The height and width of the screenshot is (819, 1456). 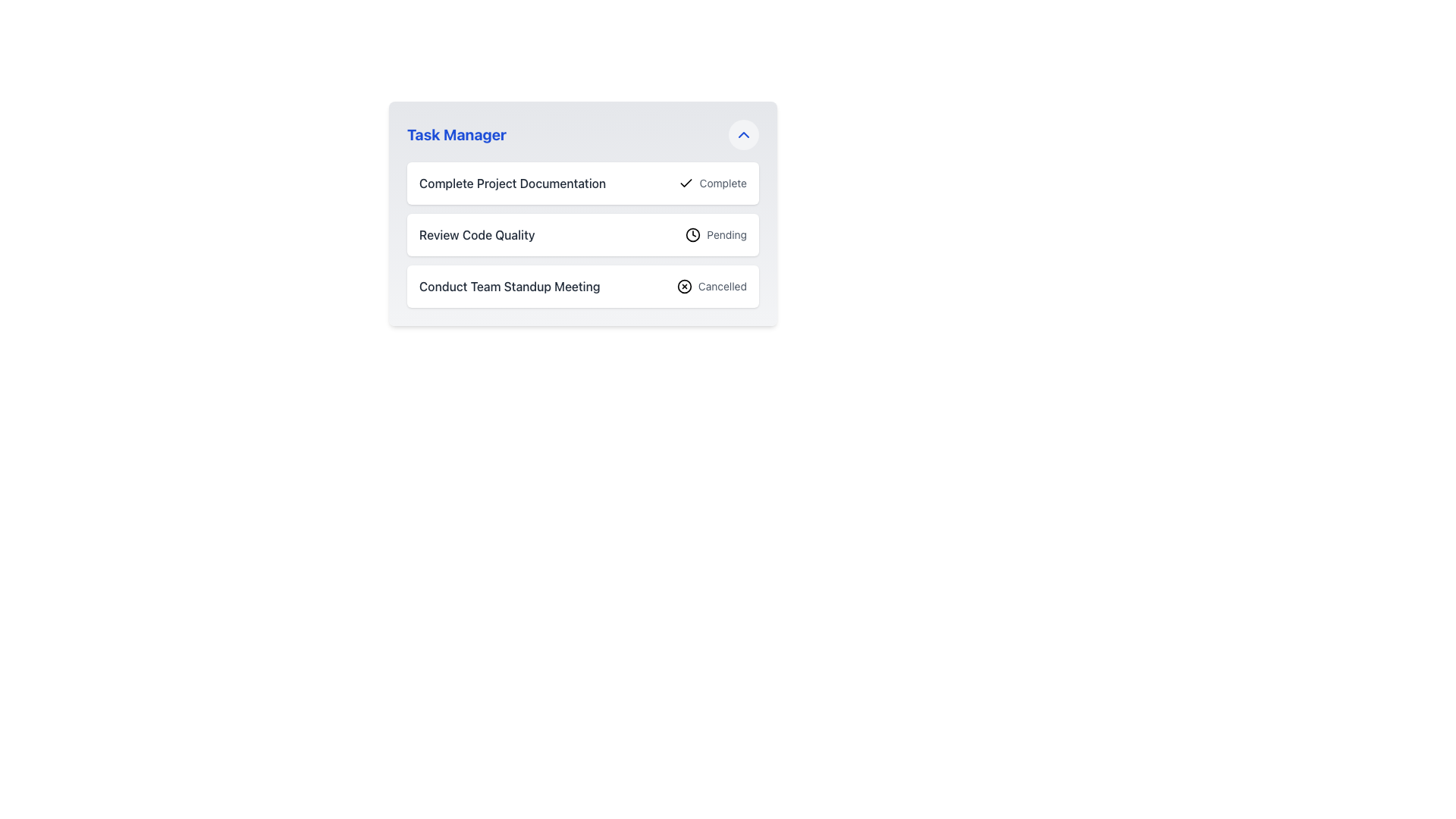 I want to click on the button with an upward arrow icon located in the upper-right corner of the 'Task Manager' card, so click(x=743, y=133).